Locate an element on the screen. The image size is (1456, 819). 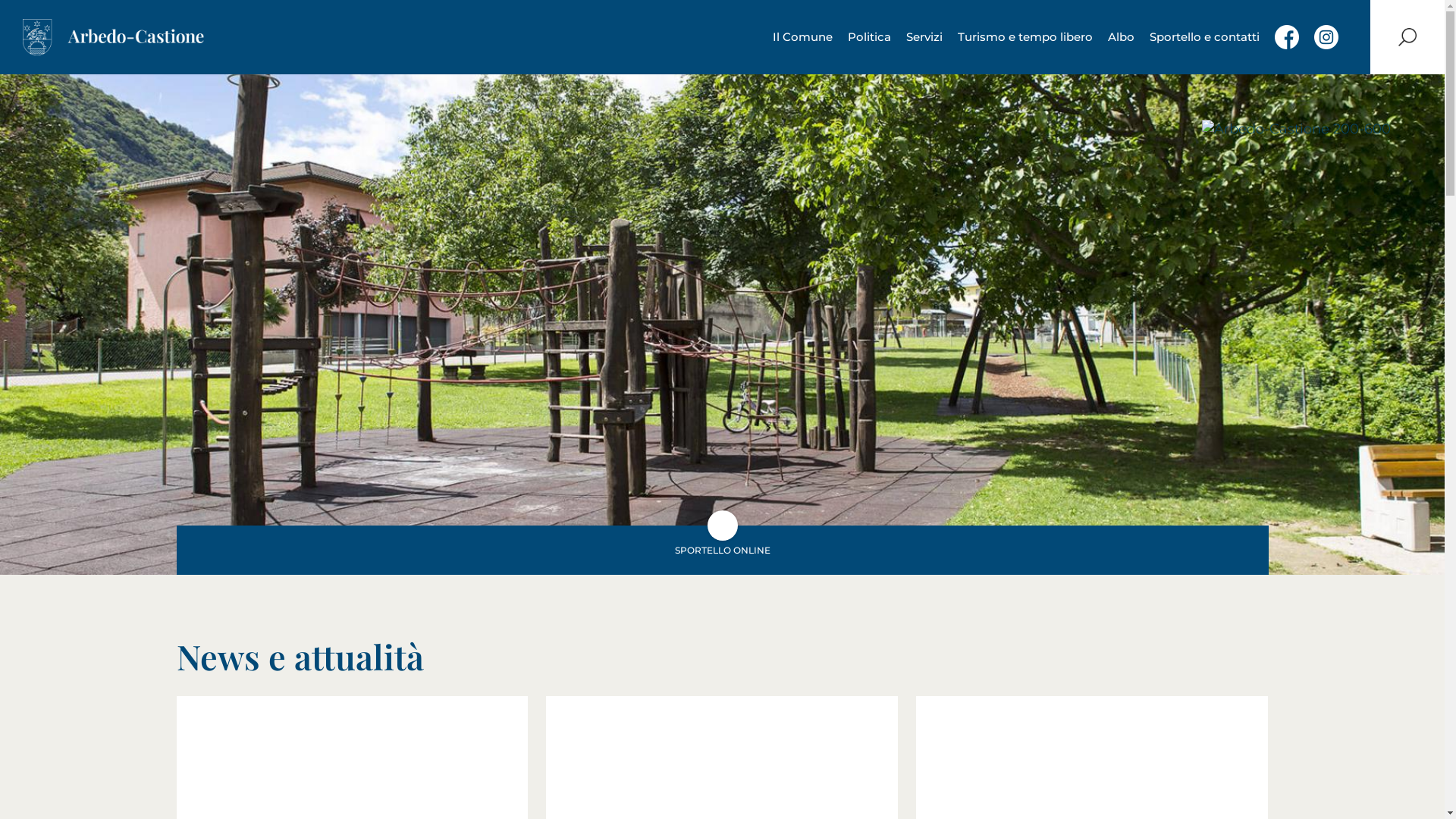
'Vai alla home' is located at coordinates (112, 36).